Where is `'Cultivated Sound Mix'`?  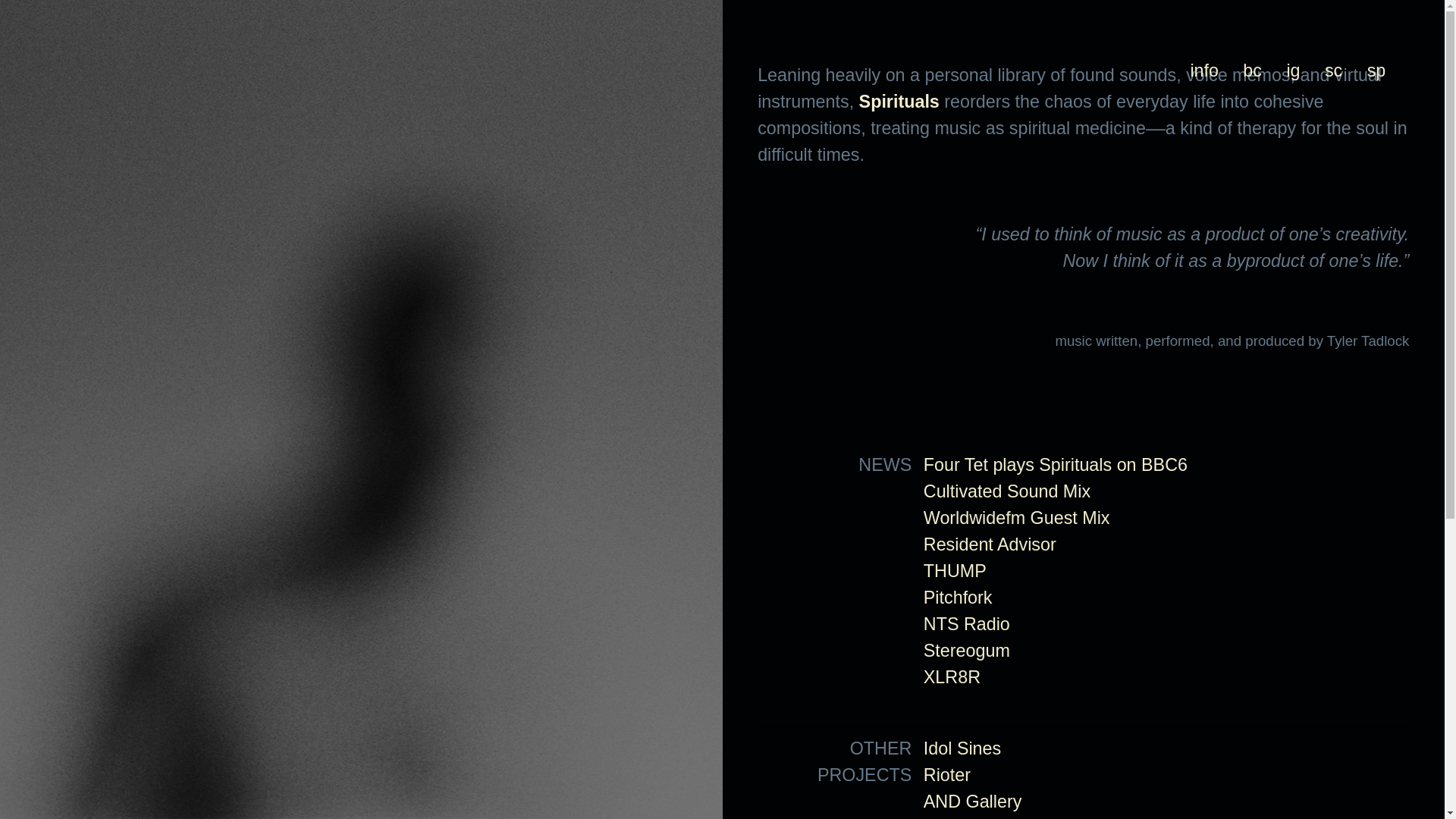
'Cultivated Sound Mix' is located at coordinates (1007, 491).